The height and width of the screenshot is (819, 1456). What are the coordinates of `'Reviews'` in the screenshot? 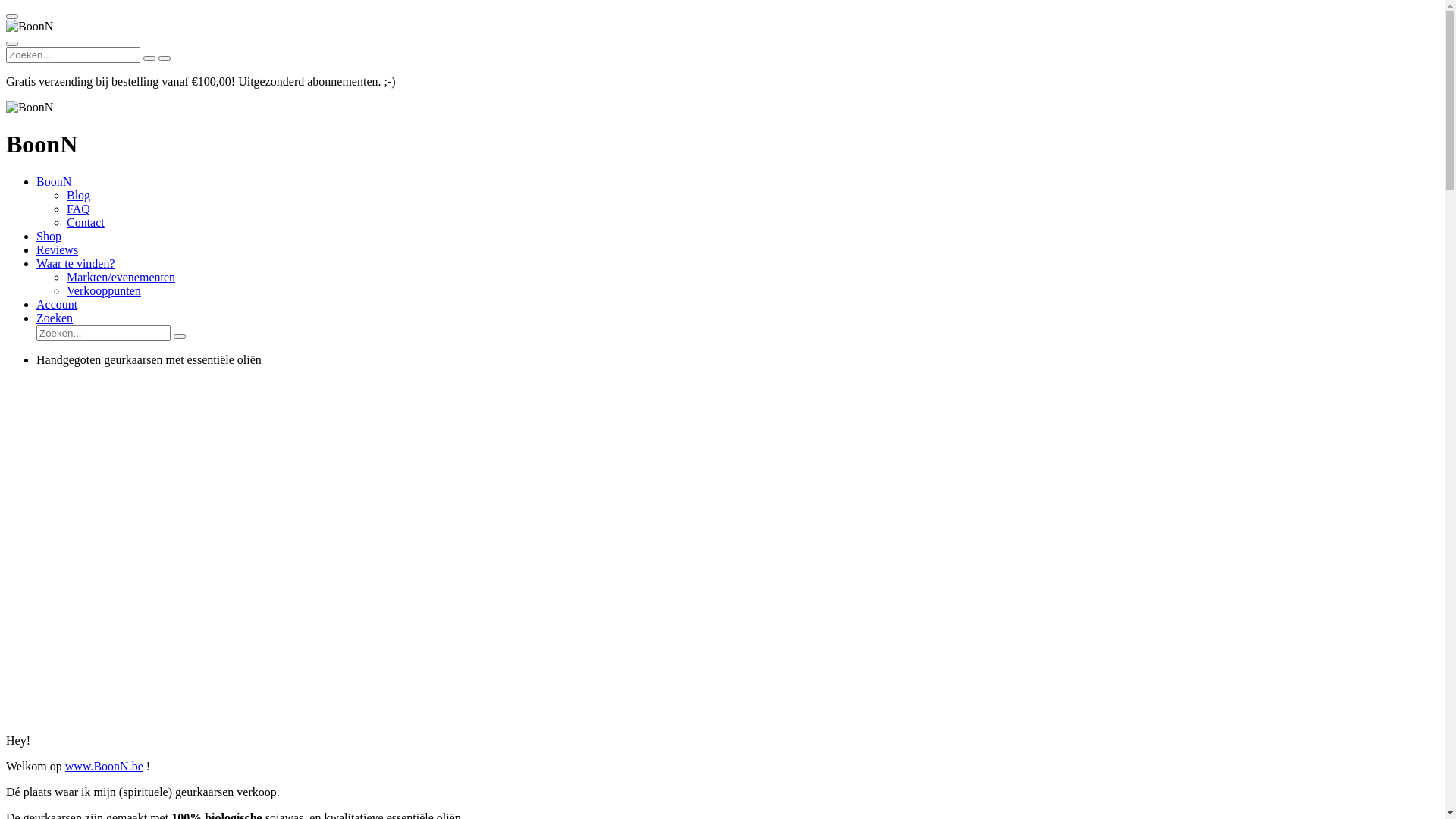 It's located at (57, 249).